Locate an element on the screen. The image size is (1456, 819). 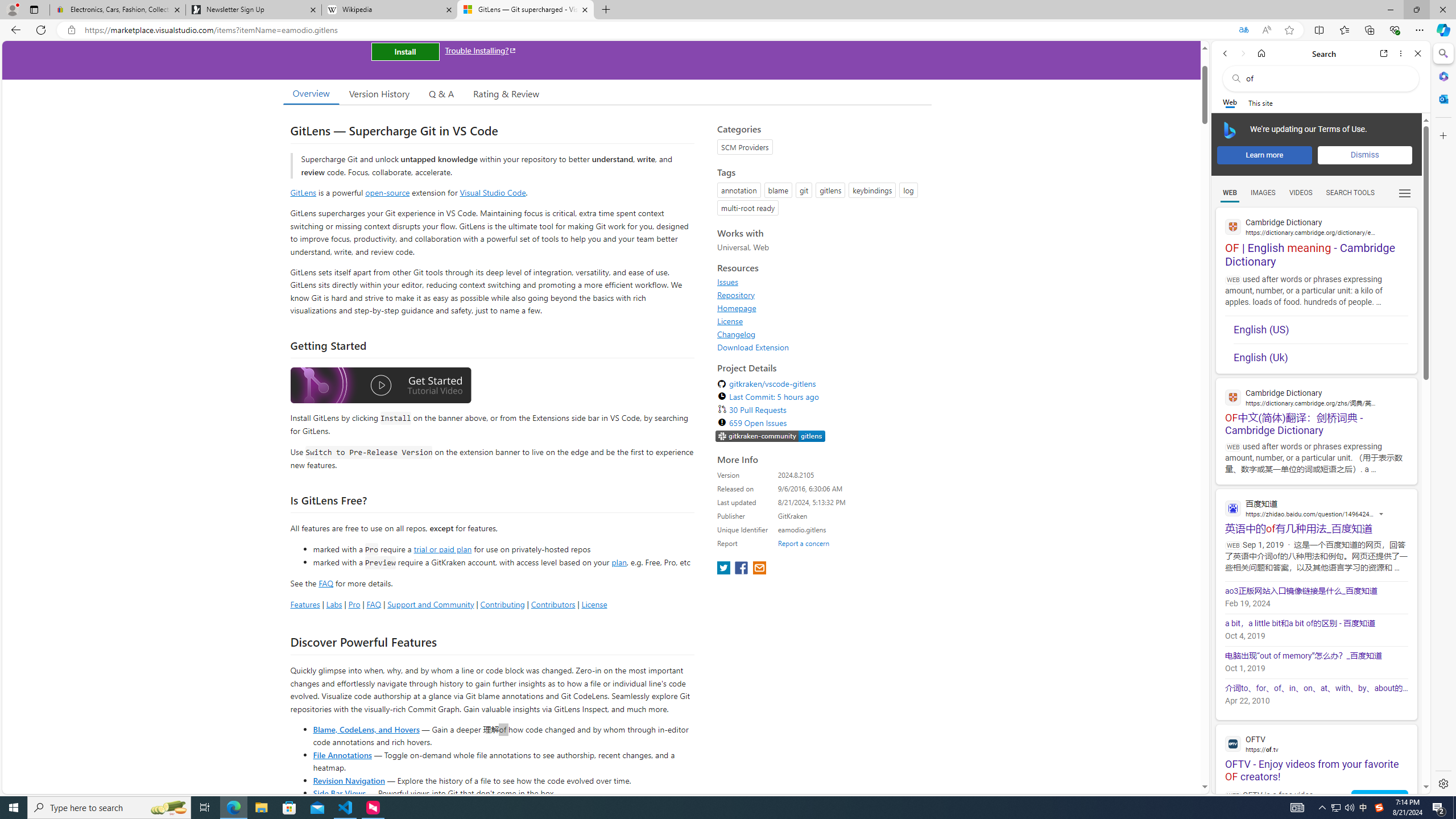
'https://slack.gitkraken.com//' is located at coordinates (770, 436).